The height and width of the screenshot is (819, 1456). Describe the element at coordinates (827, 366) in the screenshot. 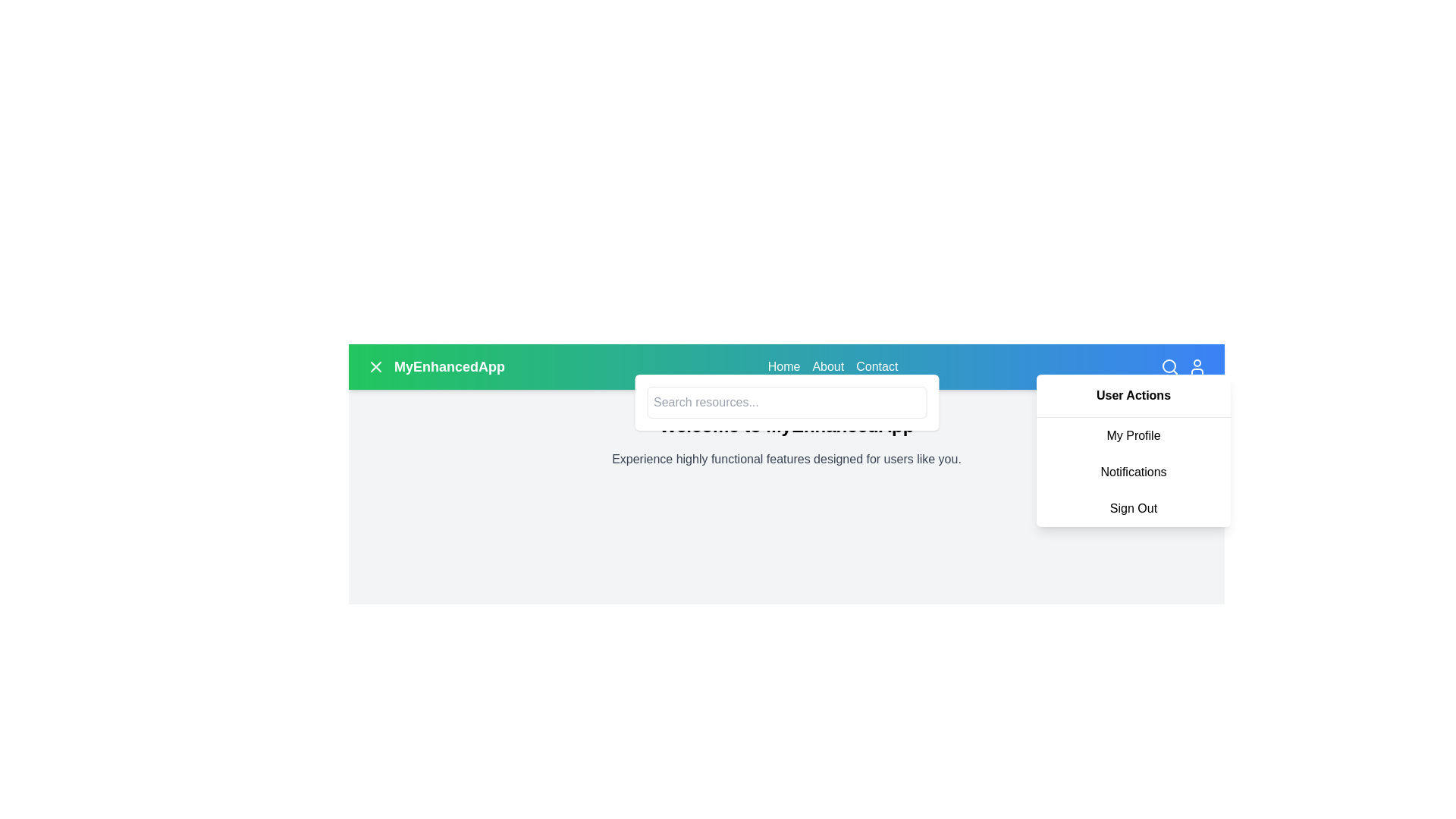

I see `the 'About' hyperlink located in the header navigation bar at the upper center of the page` at that location.